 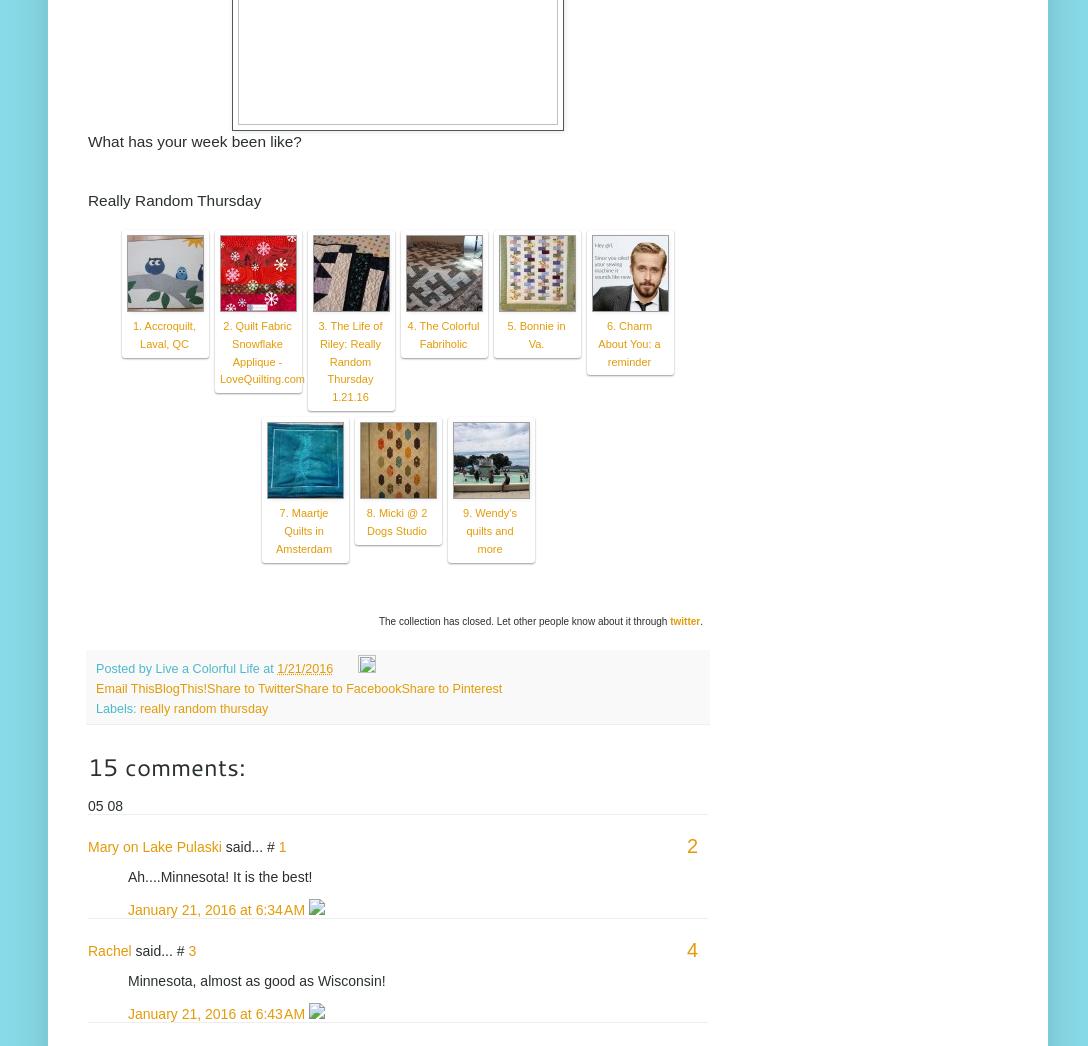 What do you see at coordinates (95, 687) in the screenshot?
I see `'Email This'` at bounding box center [95, 687].